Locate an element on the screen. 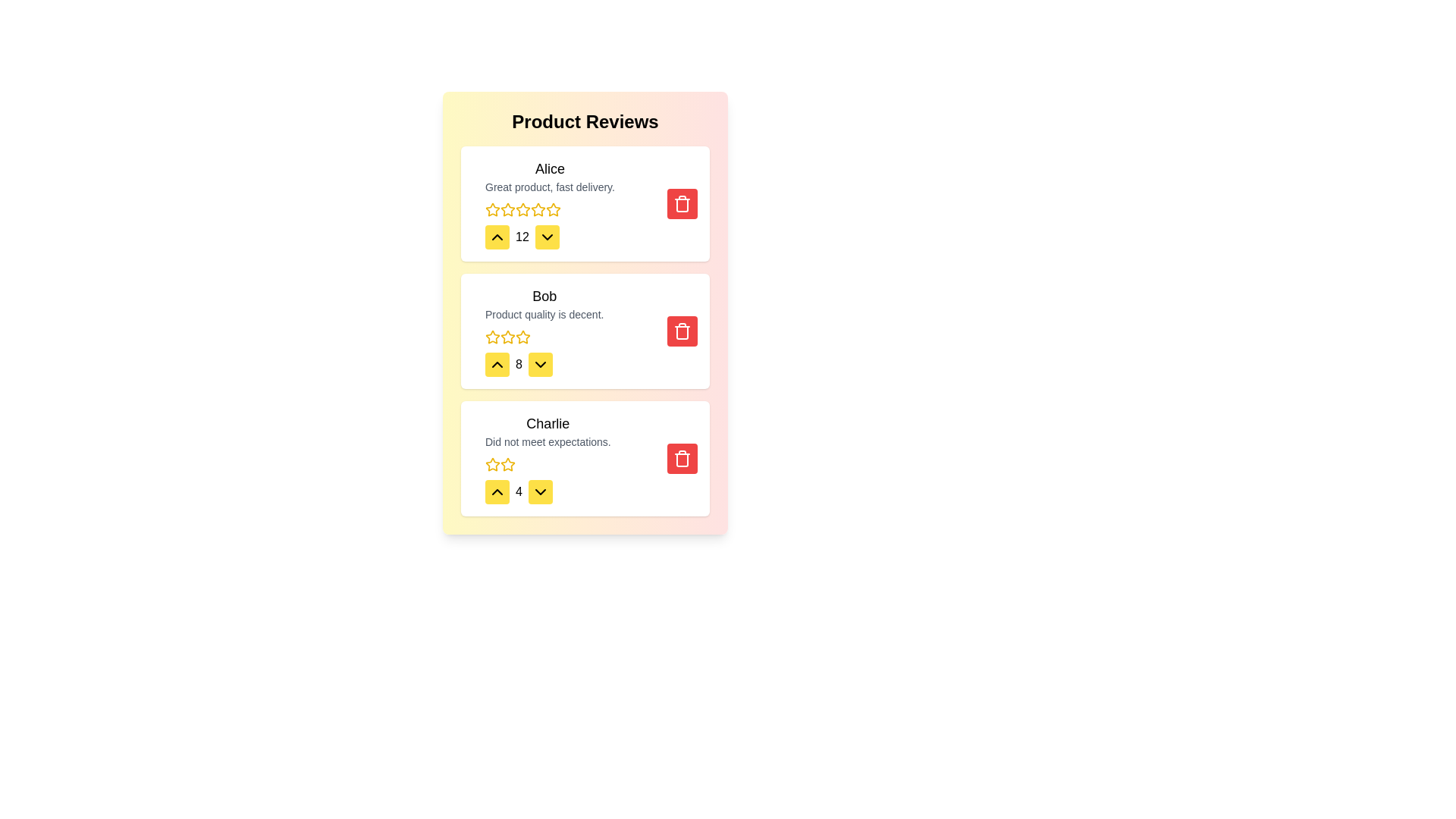 The height and width of the screenshot is (819, 1456). the review text for the review by Bob is located at coordinates (484, 286).